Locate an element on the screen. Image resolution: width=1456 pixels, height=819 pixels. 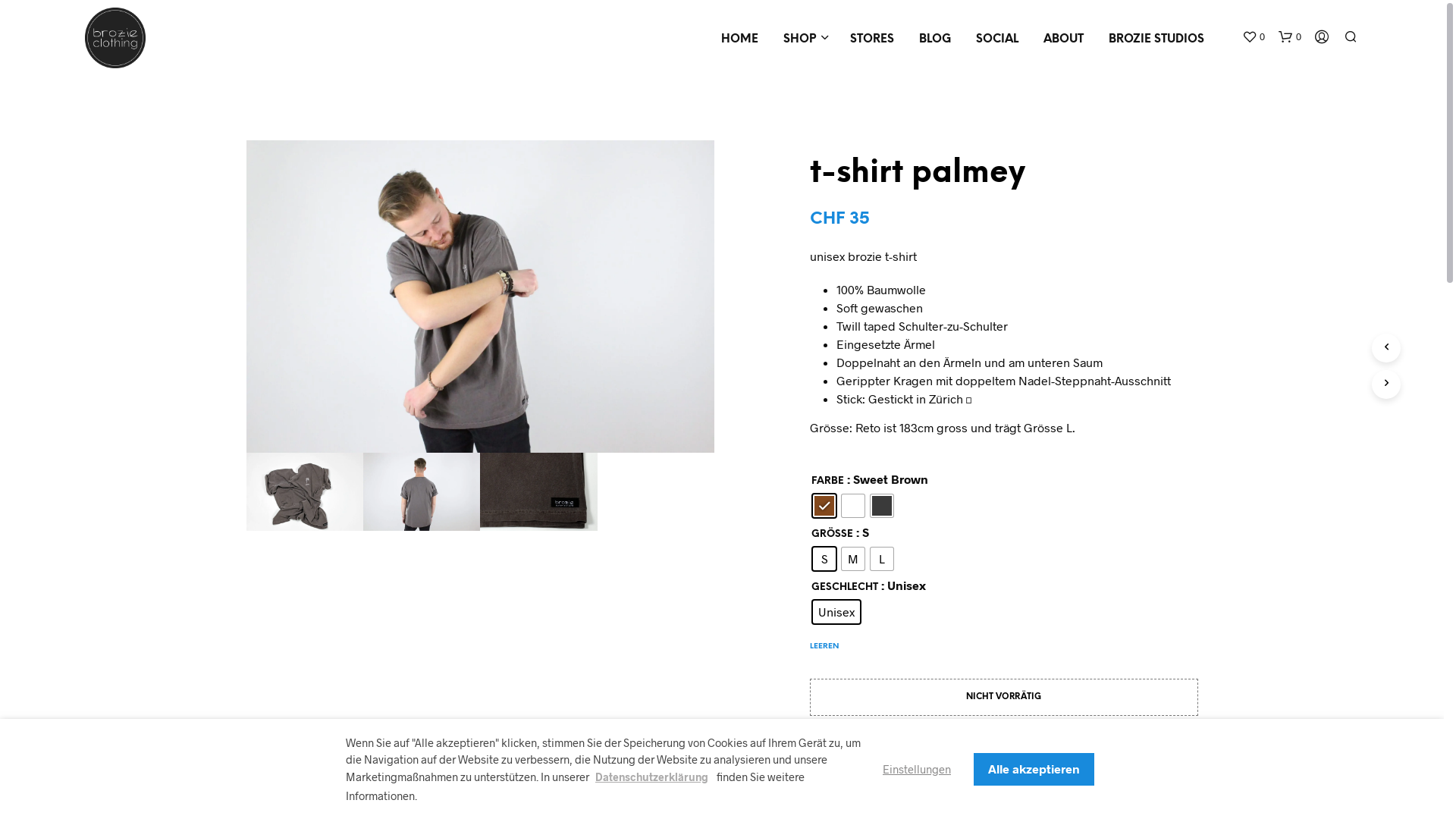
'SHOP' is located at coordinates (771, 39).